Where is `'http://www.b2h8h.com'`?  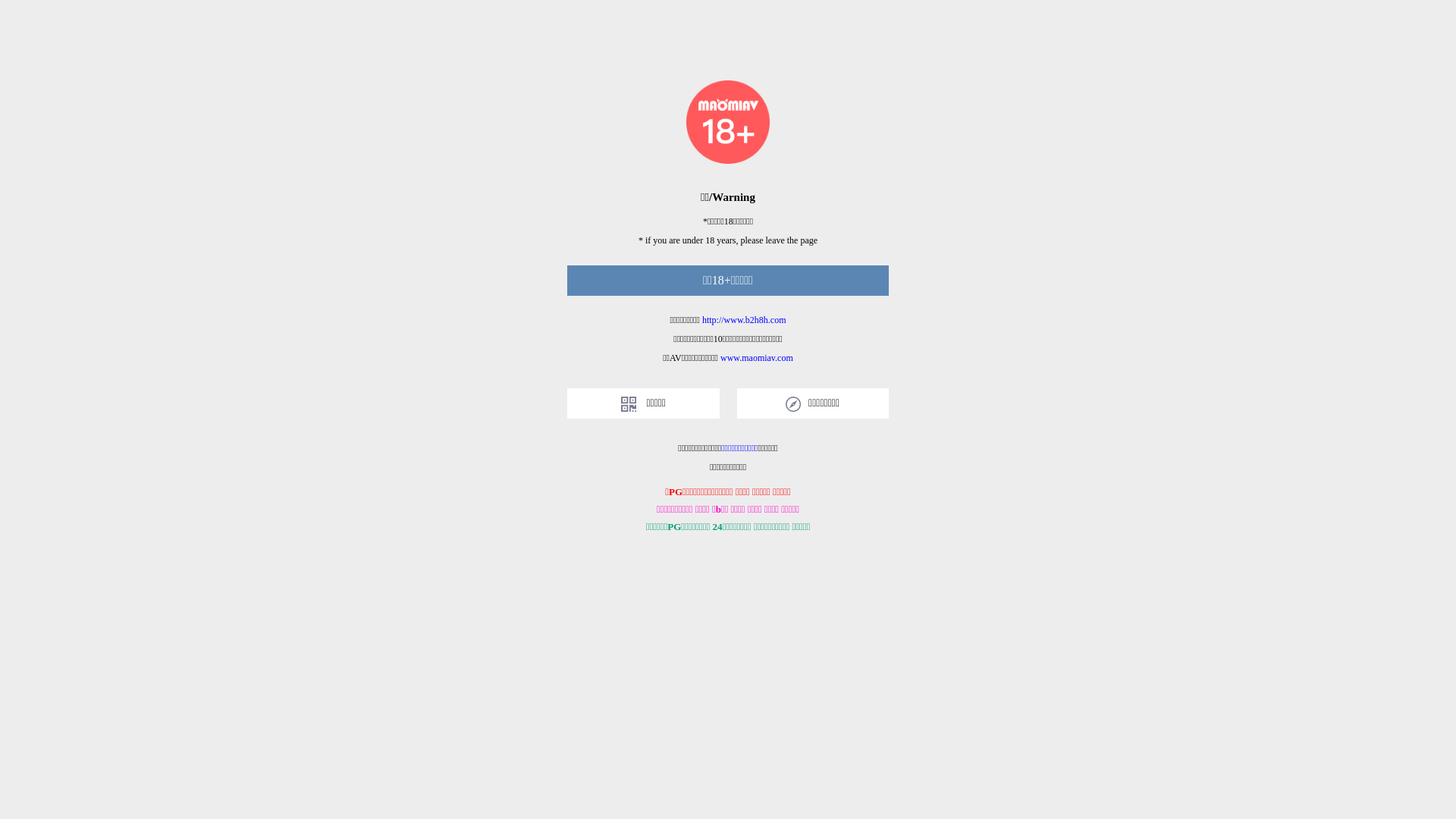
'http://www.b2h8h.com' is located at coordinates (744, 318).